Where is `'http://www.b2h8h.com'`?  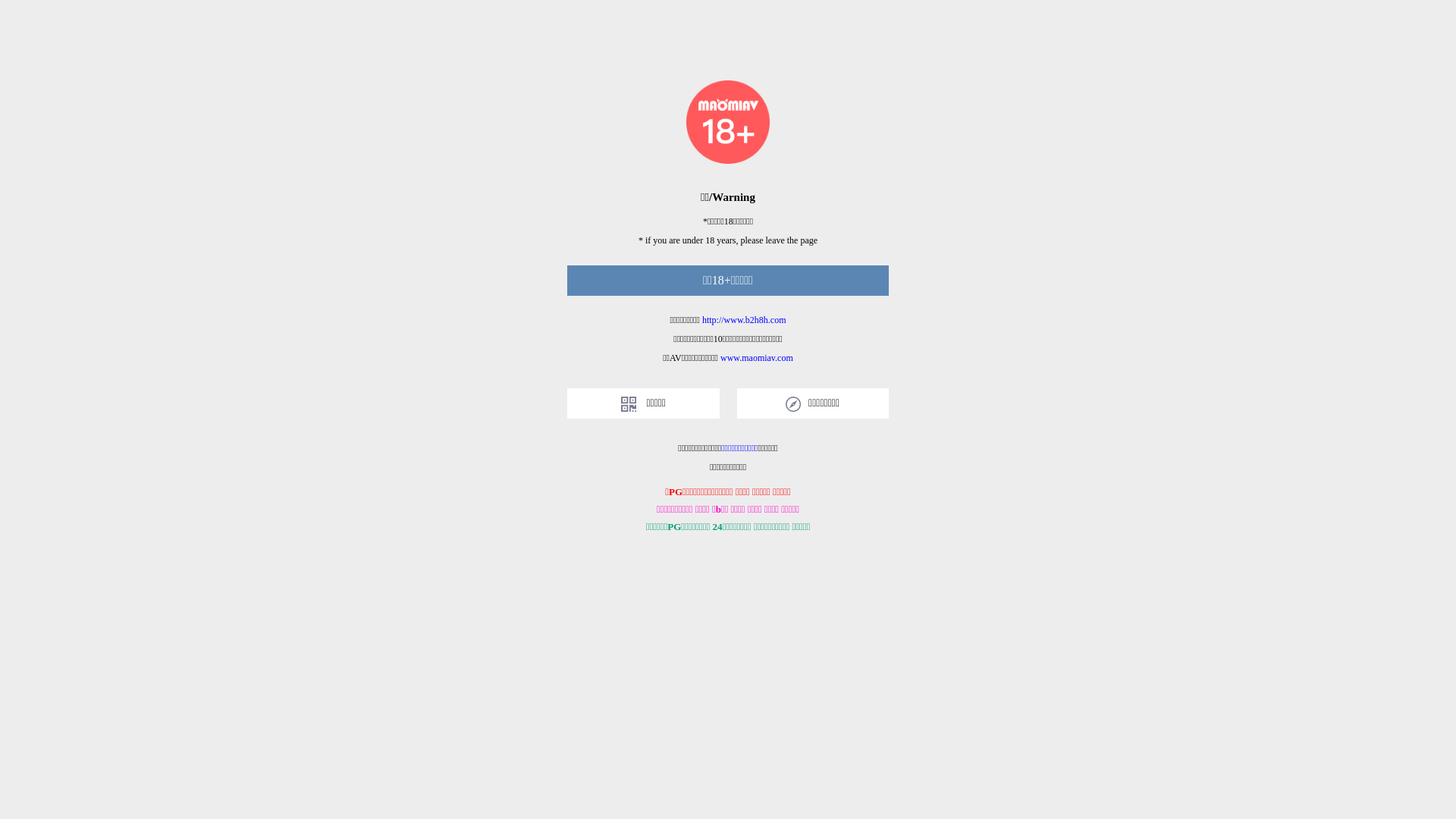
'http://www.b2h8h.com' is located at coordinates (744, 318).